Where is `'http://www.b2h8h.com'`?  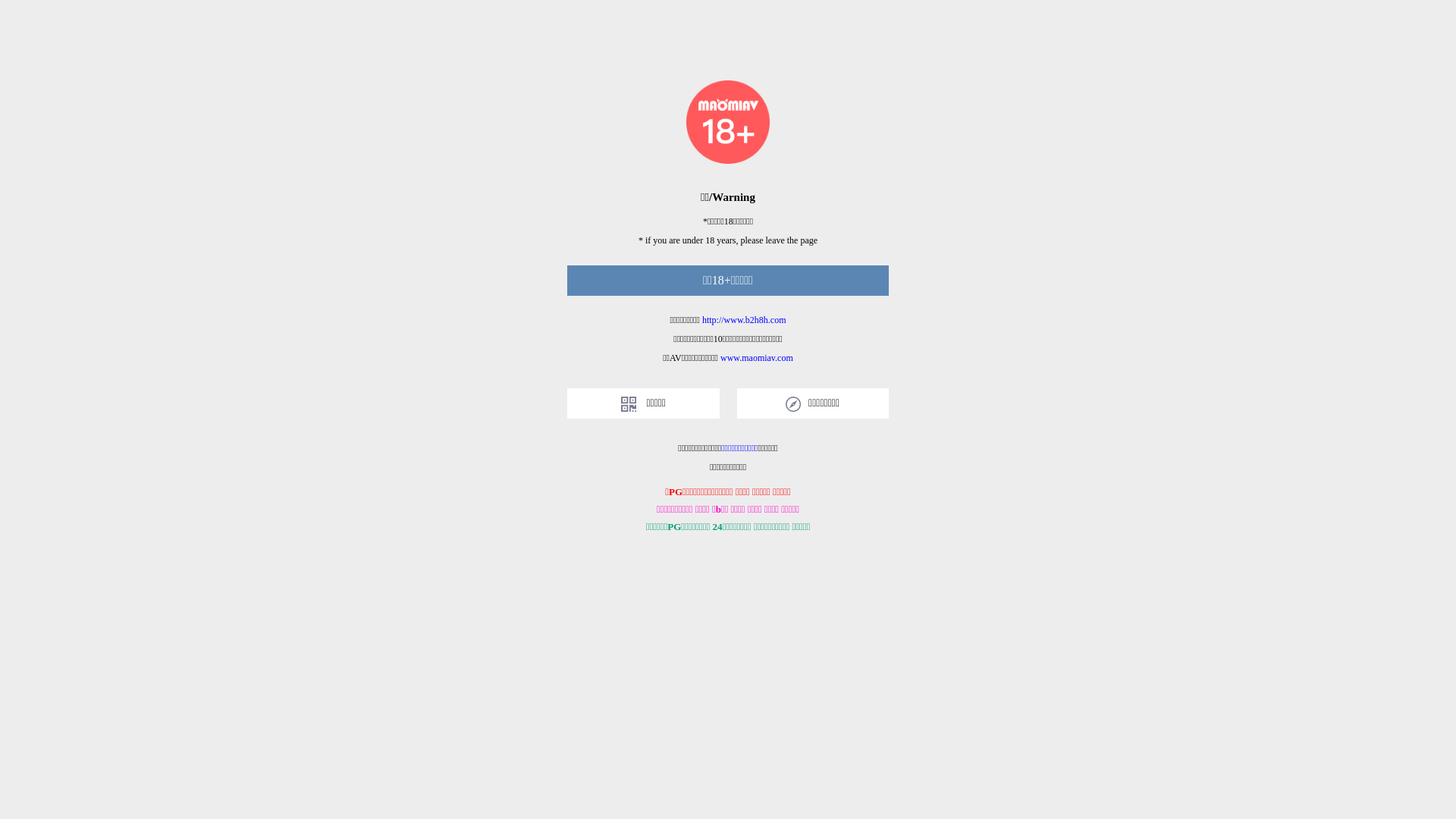
'http://www.b2h8h.com' is located at coordinates (744, 318).